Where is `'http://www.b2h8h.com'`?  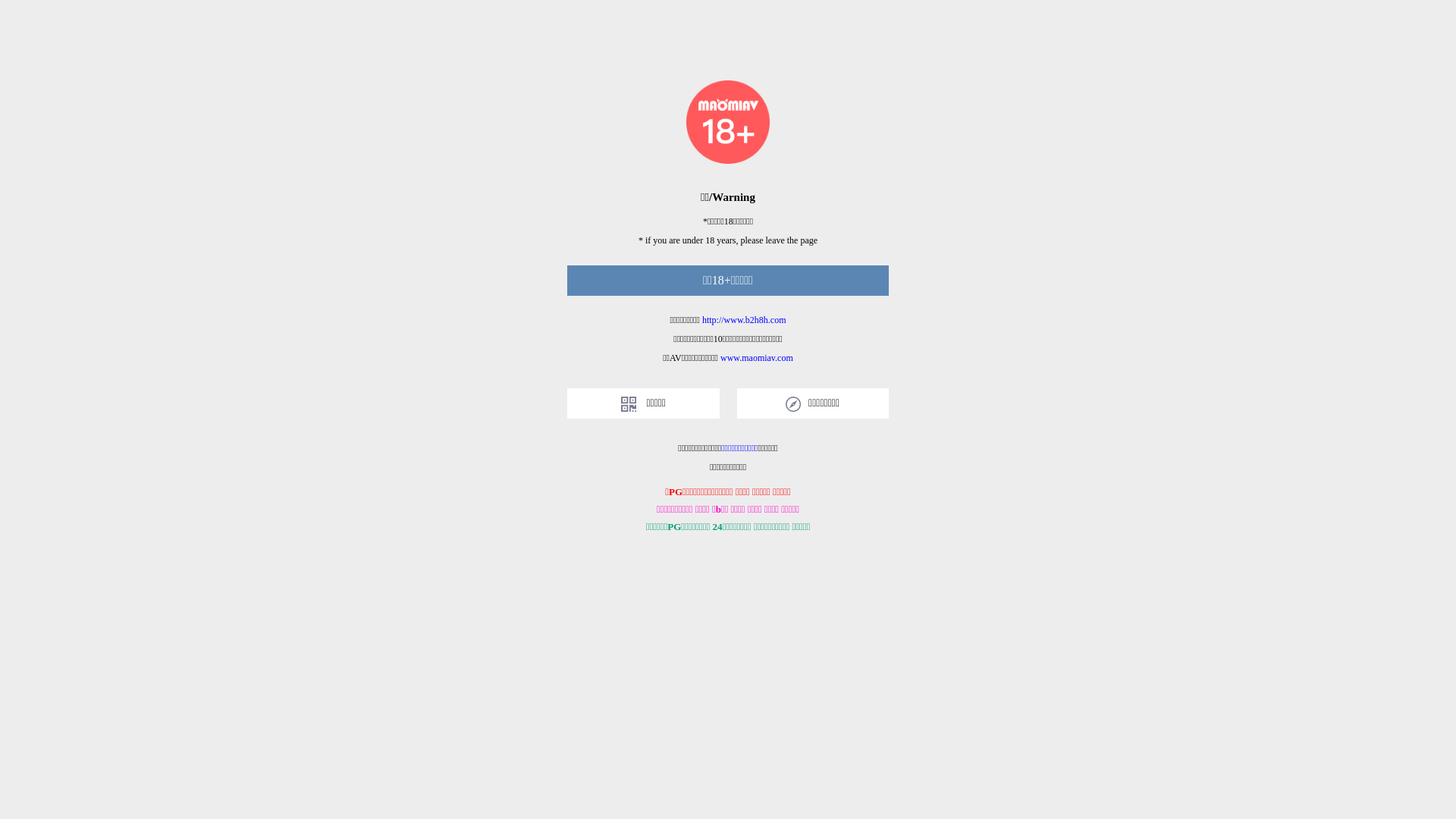
'http://www.b2h8h.com' is located at coordinates (744, 318).